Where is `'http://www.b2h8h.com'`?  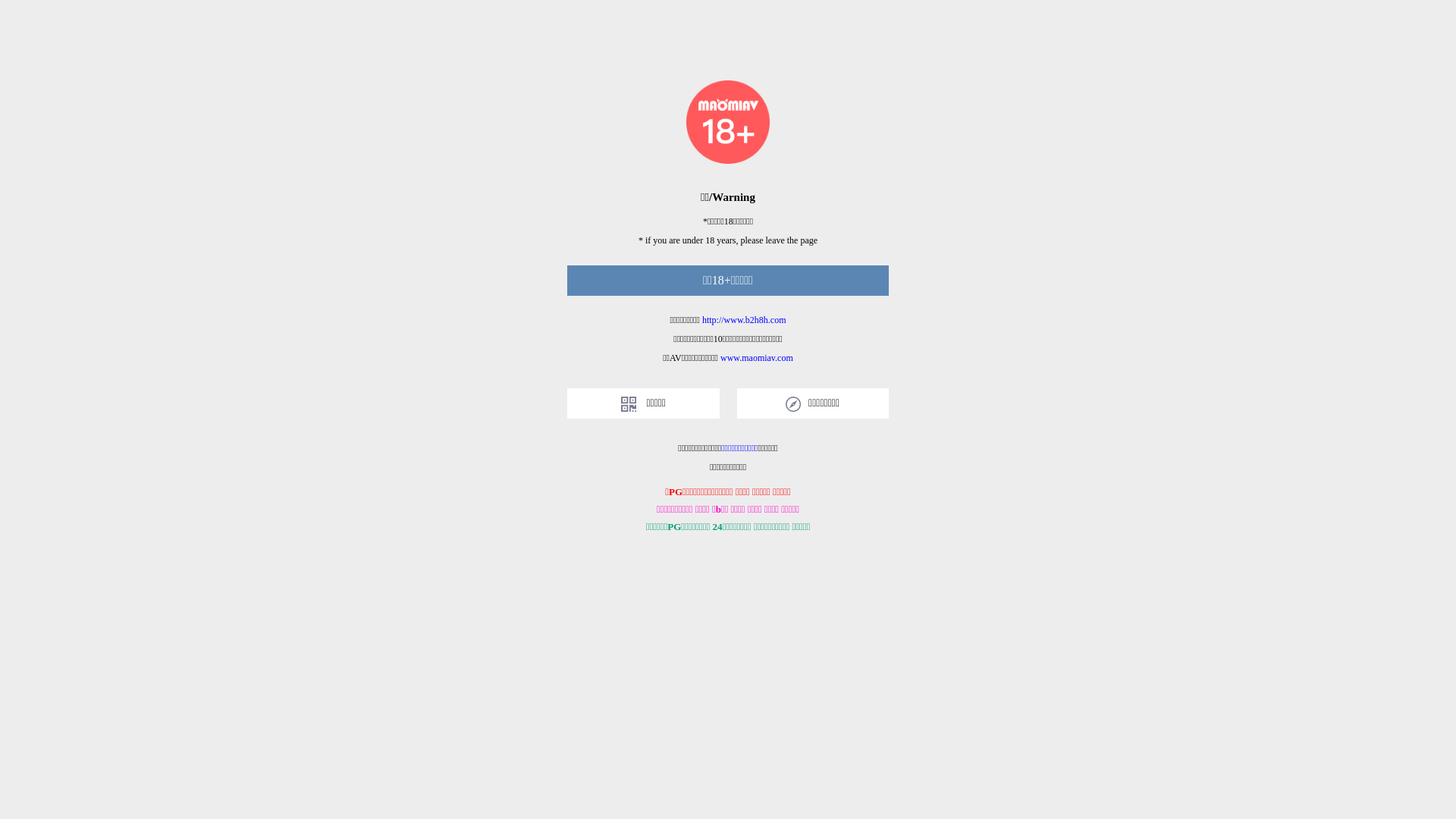
'http://www.b2h8h.com' is located at coordinates (744, 318).